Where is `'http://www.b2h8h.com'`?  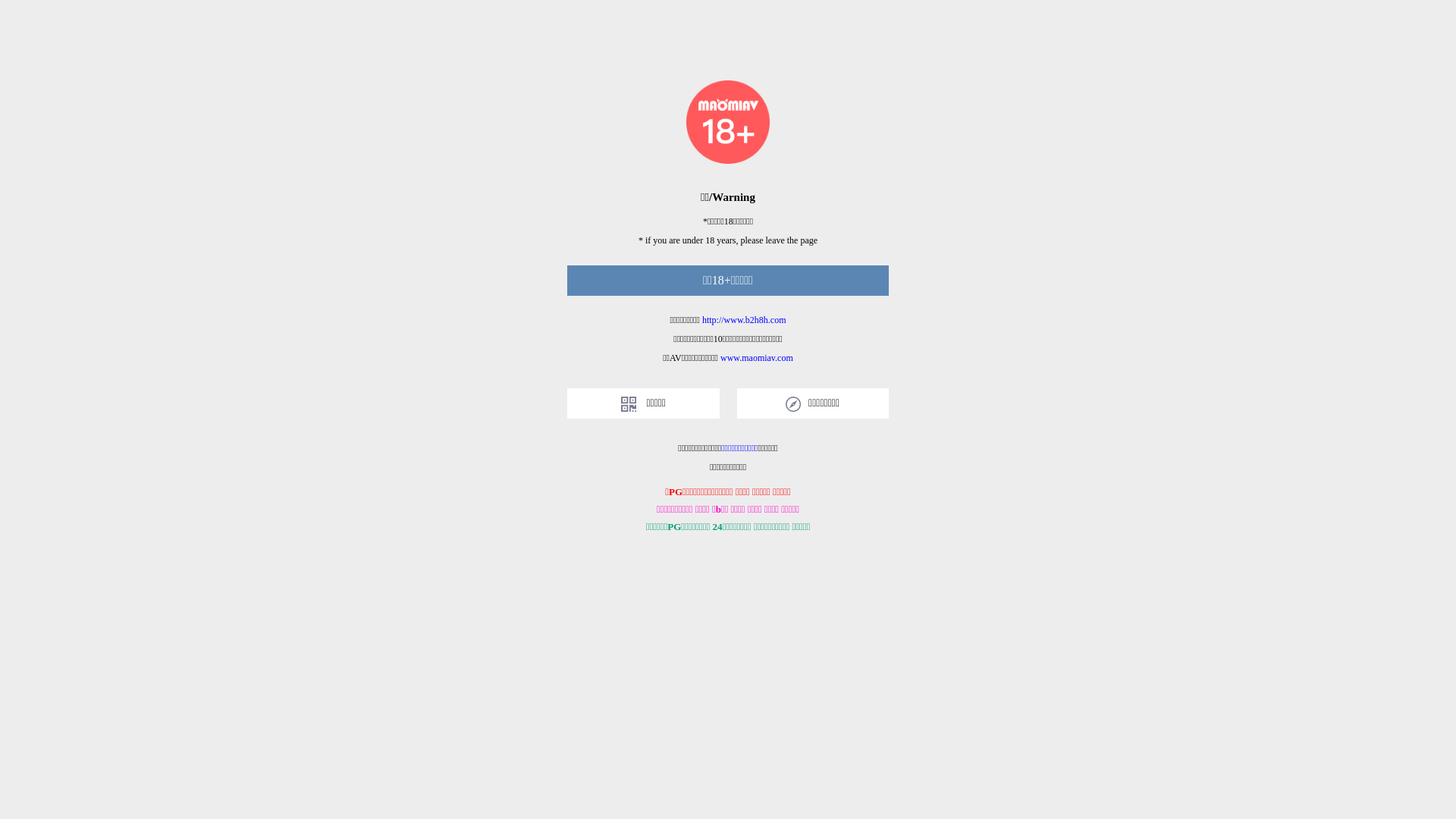
'http://www.b2h8h.com' is located at coordinates (744, 318).